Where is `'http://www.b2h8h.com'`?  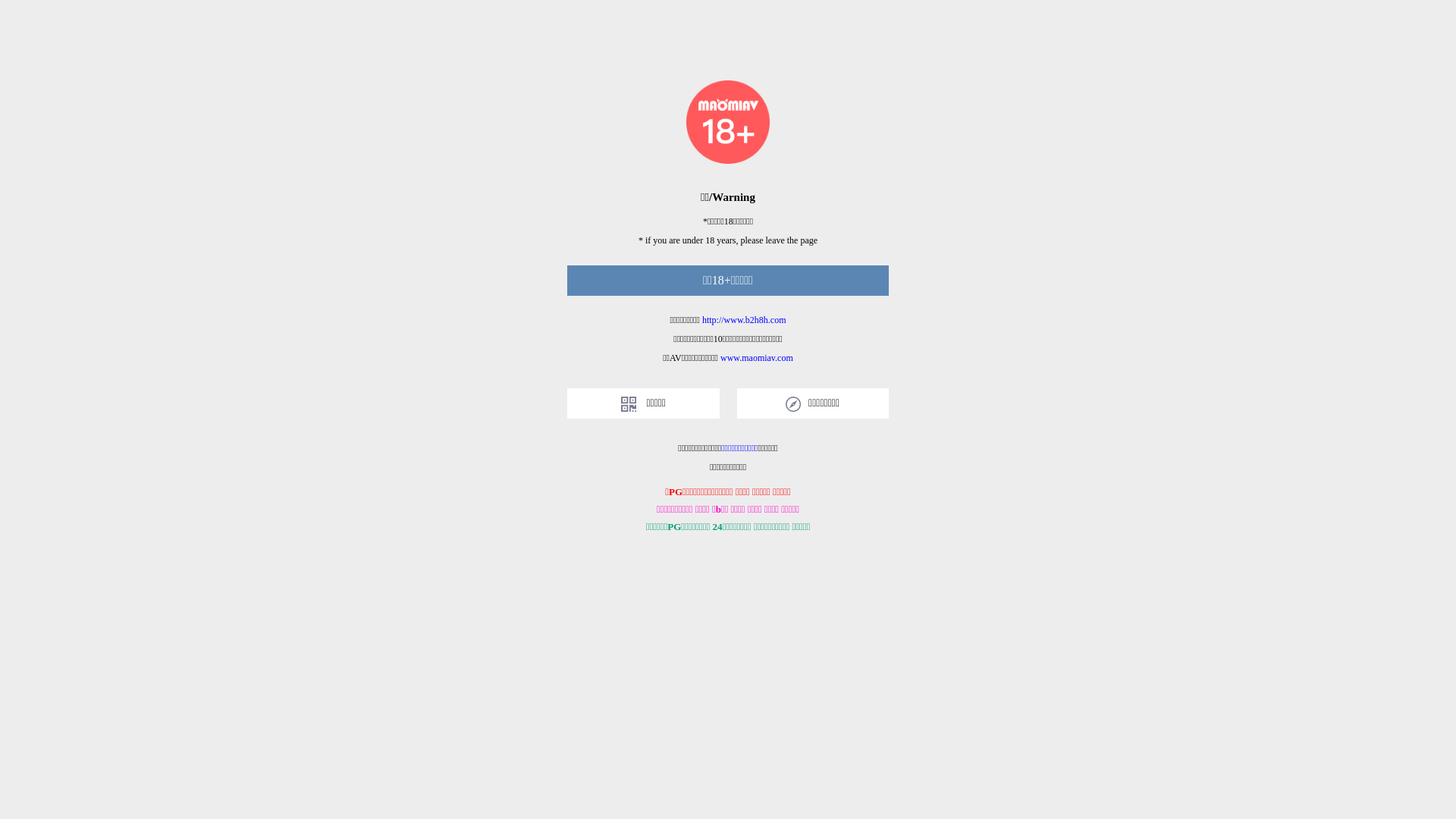
'http://www.b2h8h.com' is located at coordinates (744, 318).